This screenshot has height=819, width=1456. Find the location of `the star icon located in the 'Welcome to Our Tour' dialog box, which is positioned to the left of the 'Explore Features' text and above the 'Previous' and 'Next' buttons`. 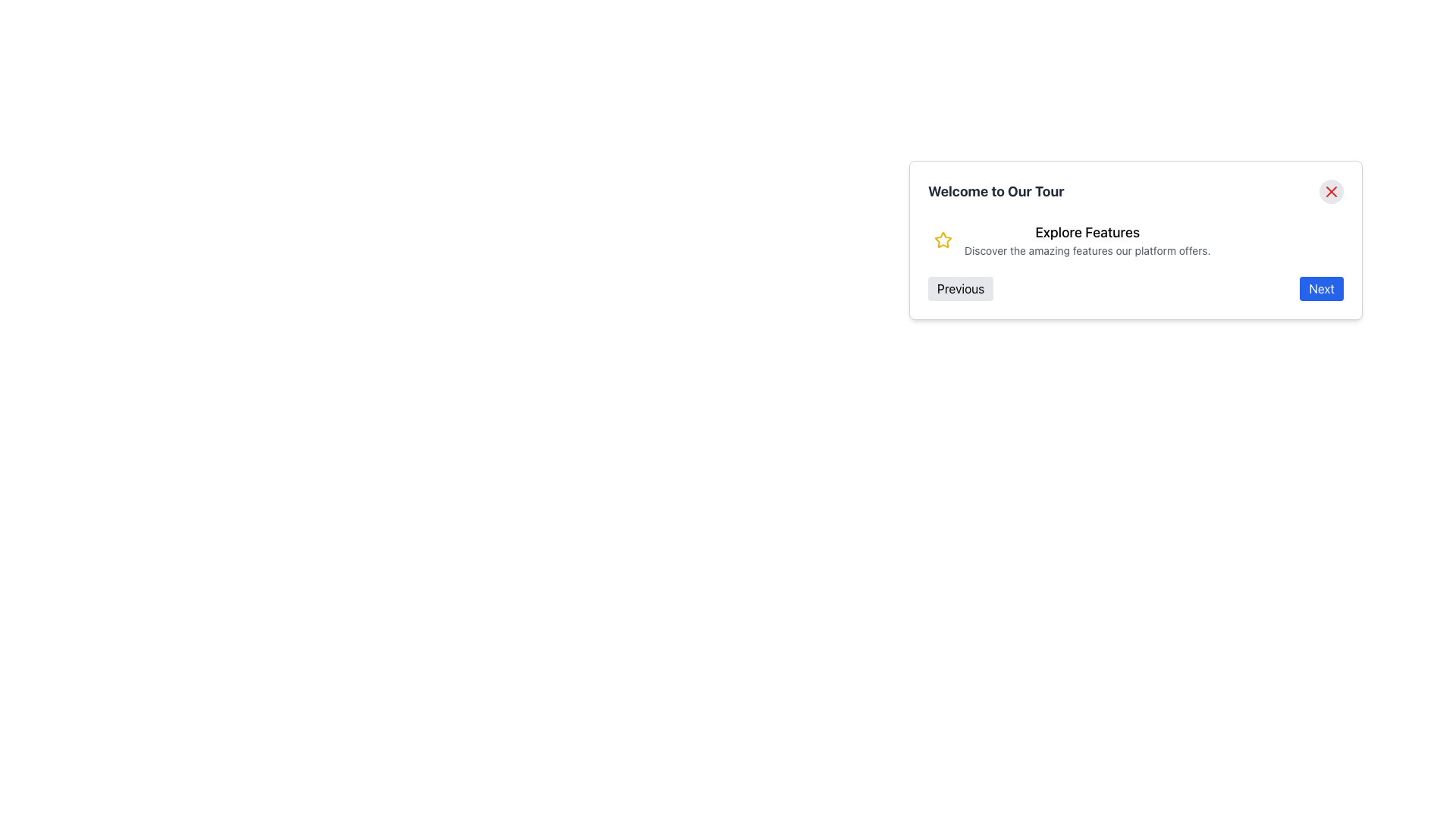

the star icon located in the 'Welcome to Our Tour' dialog box, which is positioned to the left of the 'Explore Features' text and above the 'Previous' and 'Next' buttons is located at coordinates (942, 239).